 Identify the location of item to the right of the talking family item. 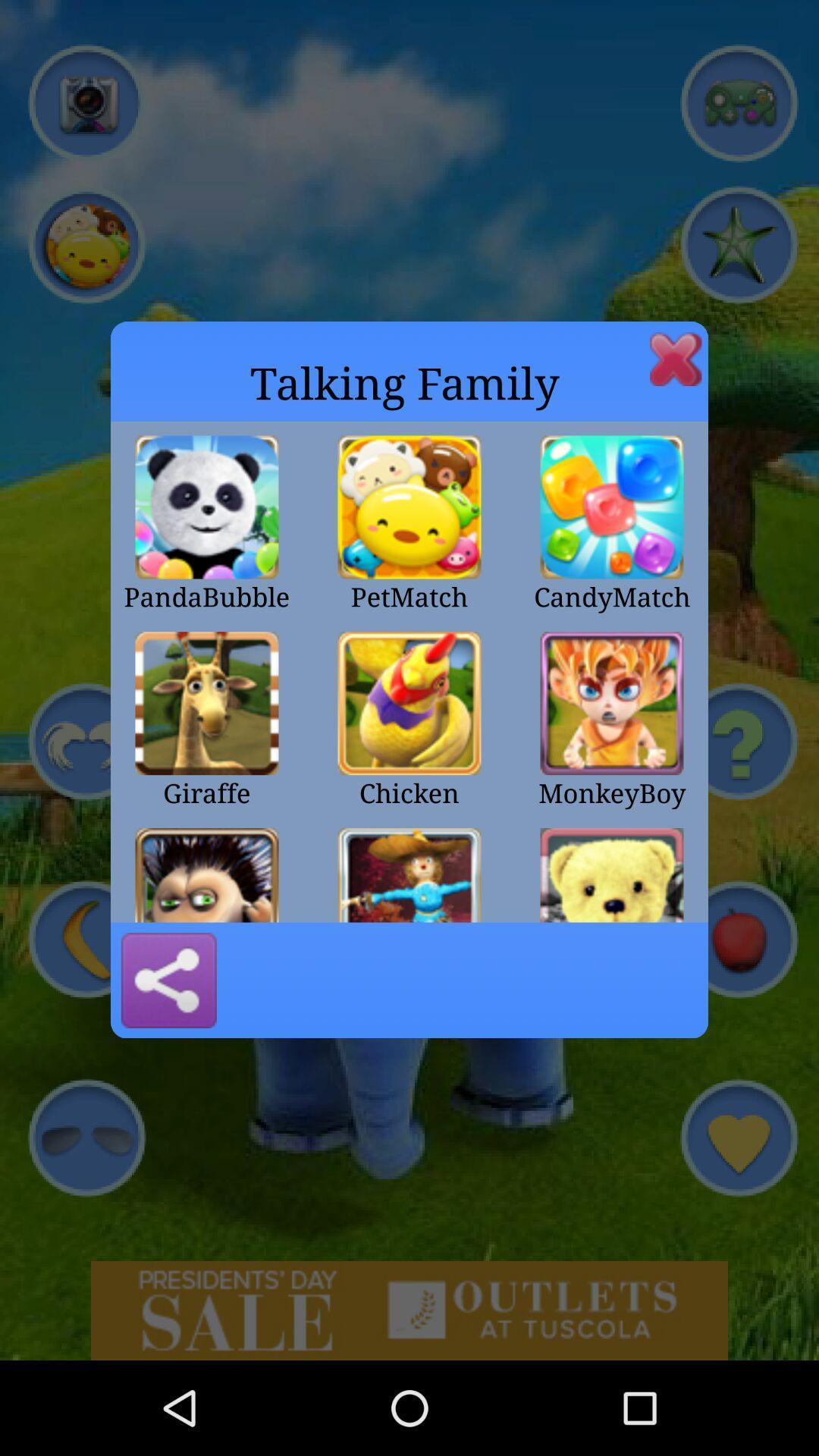
(675, 358).